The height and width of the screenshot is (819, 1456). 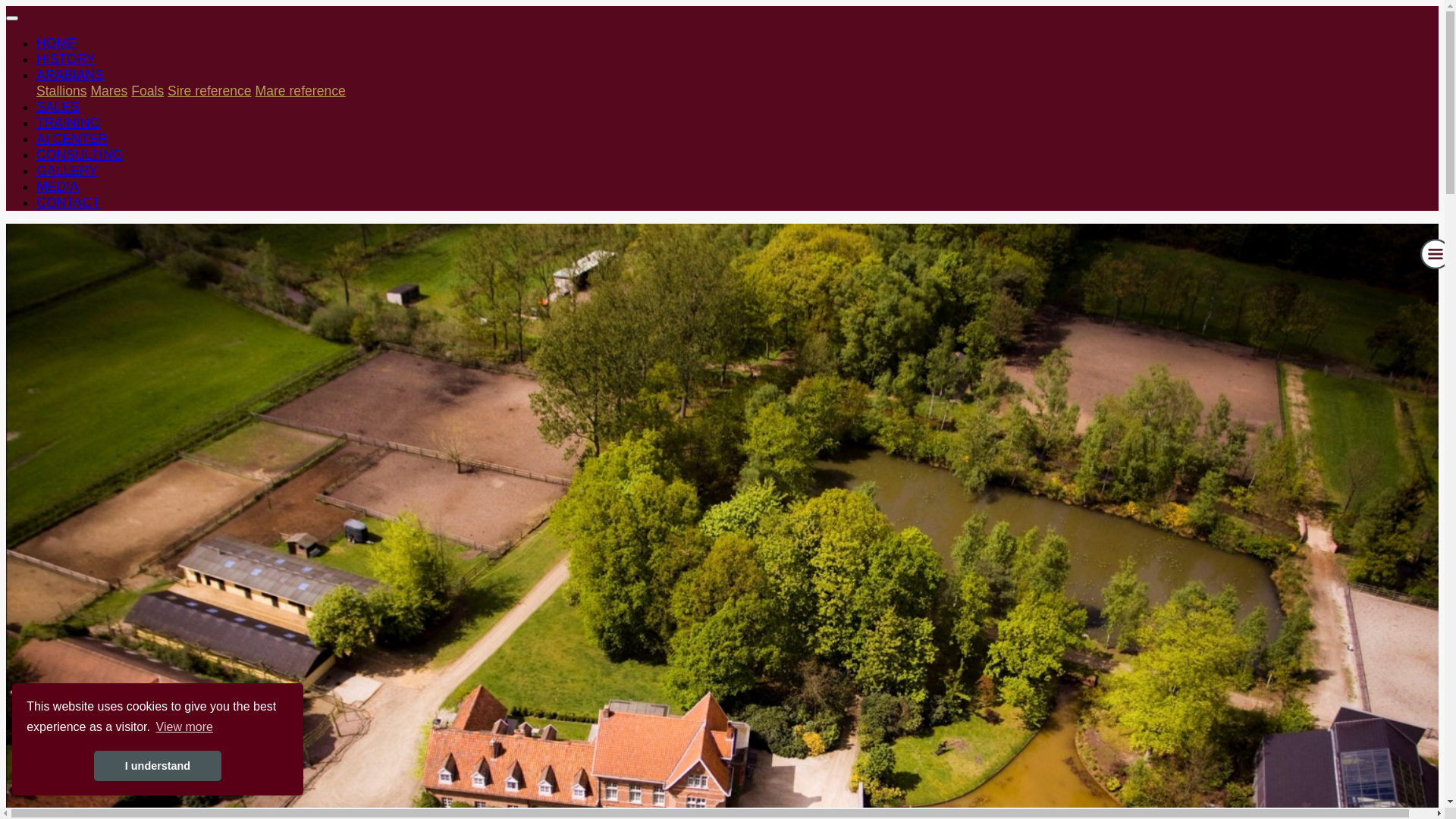 I want to click on 'HOME', so click(x=36, y=42).